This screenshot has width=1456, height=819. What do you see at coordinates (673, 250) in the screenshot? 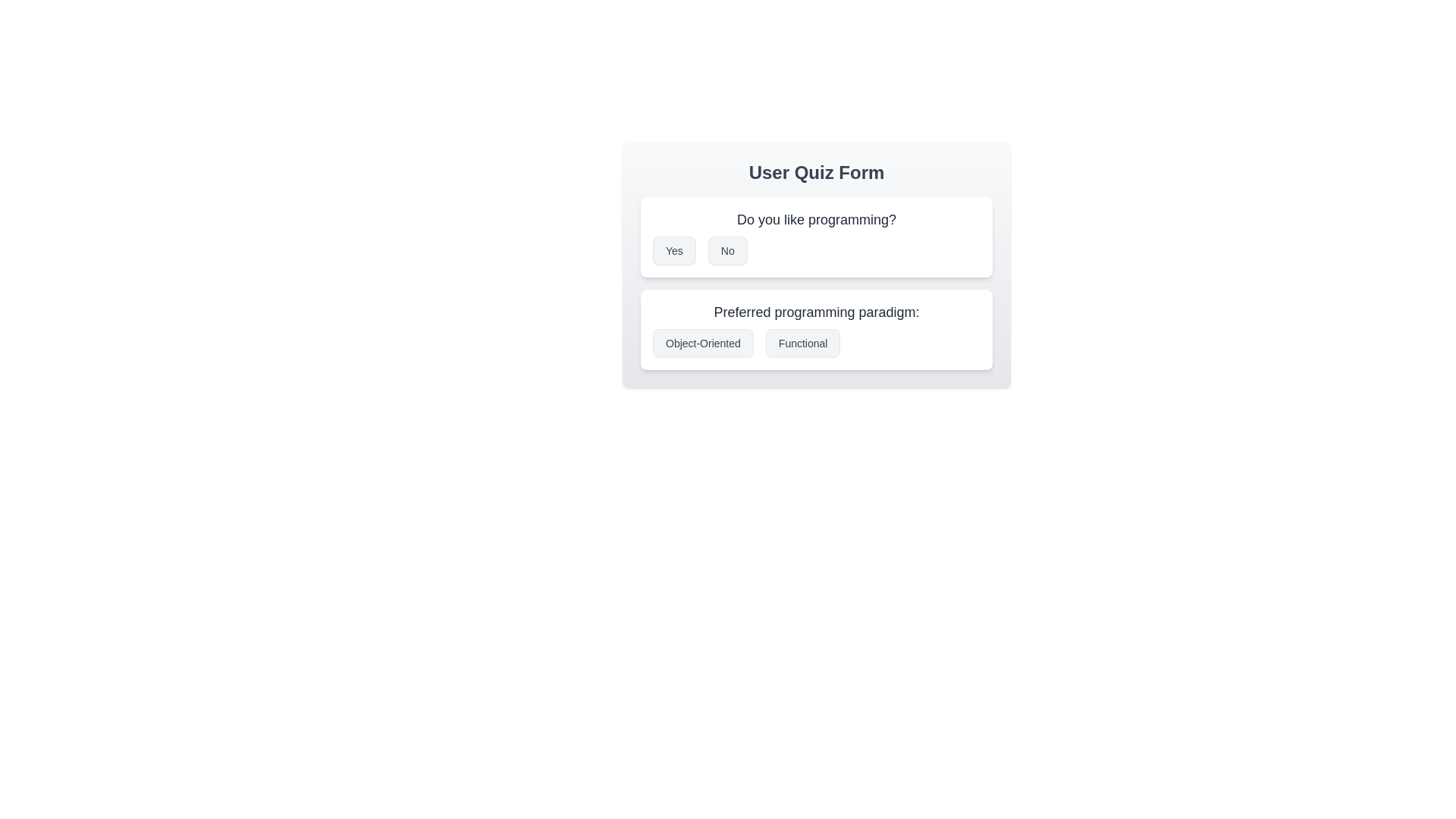
I see `the 'Yes' button that indicates a positive response to the question 'Do you like programming?'` at bounding box center [673, 250].